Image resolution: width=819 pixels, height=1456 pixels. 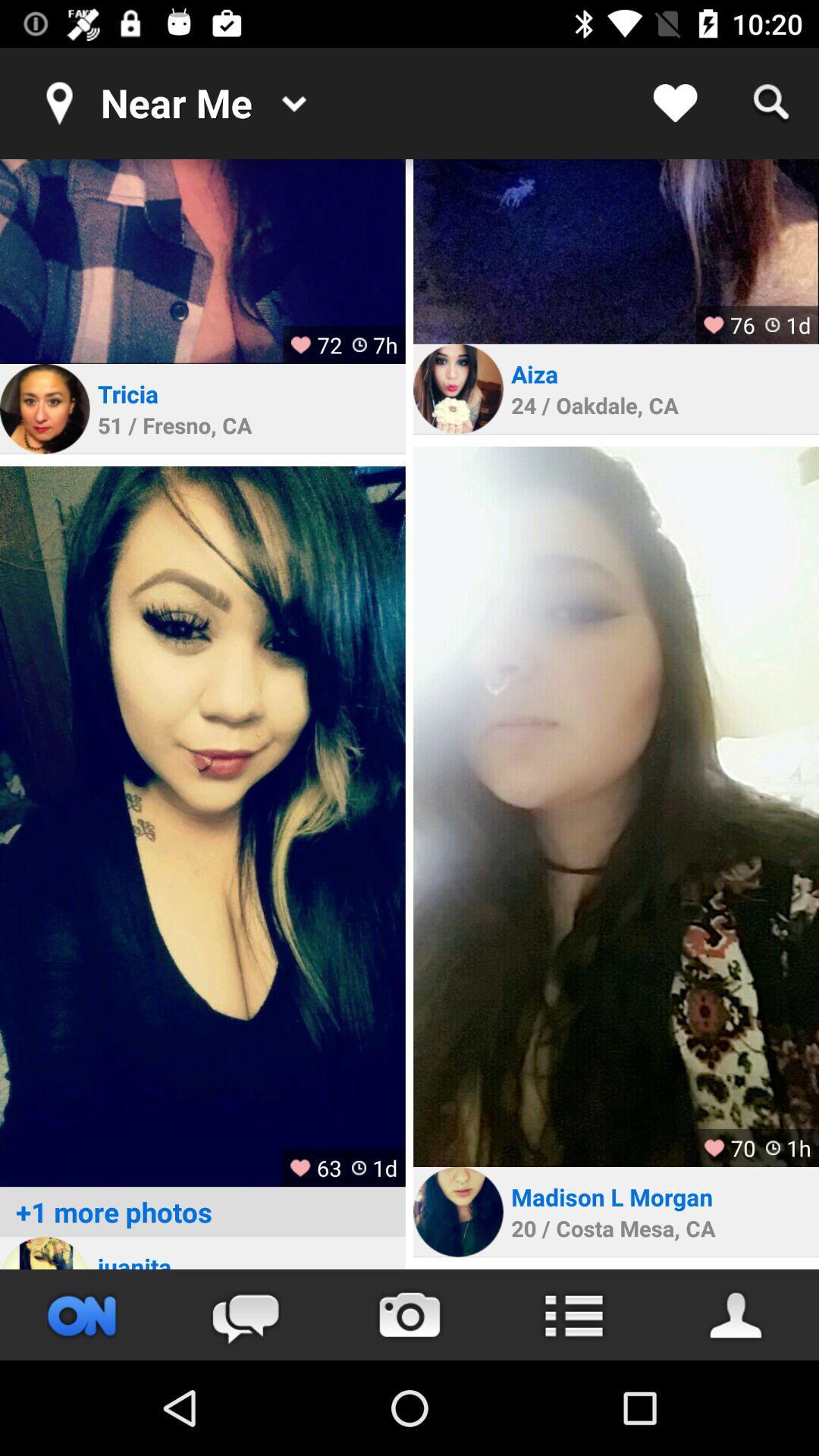 What do you see at coordinates (736, 1314) in the screenshot?
I see `contact list` at bounding box center [736, 1314].